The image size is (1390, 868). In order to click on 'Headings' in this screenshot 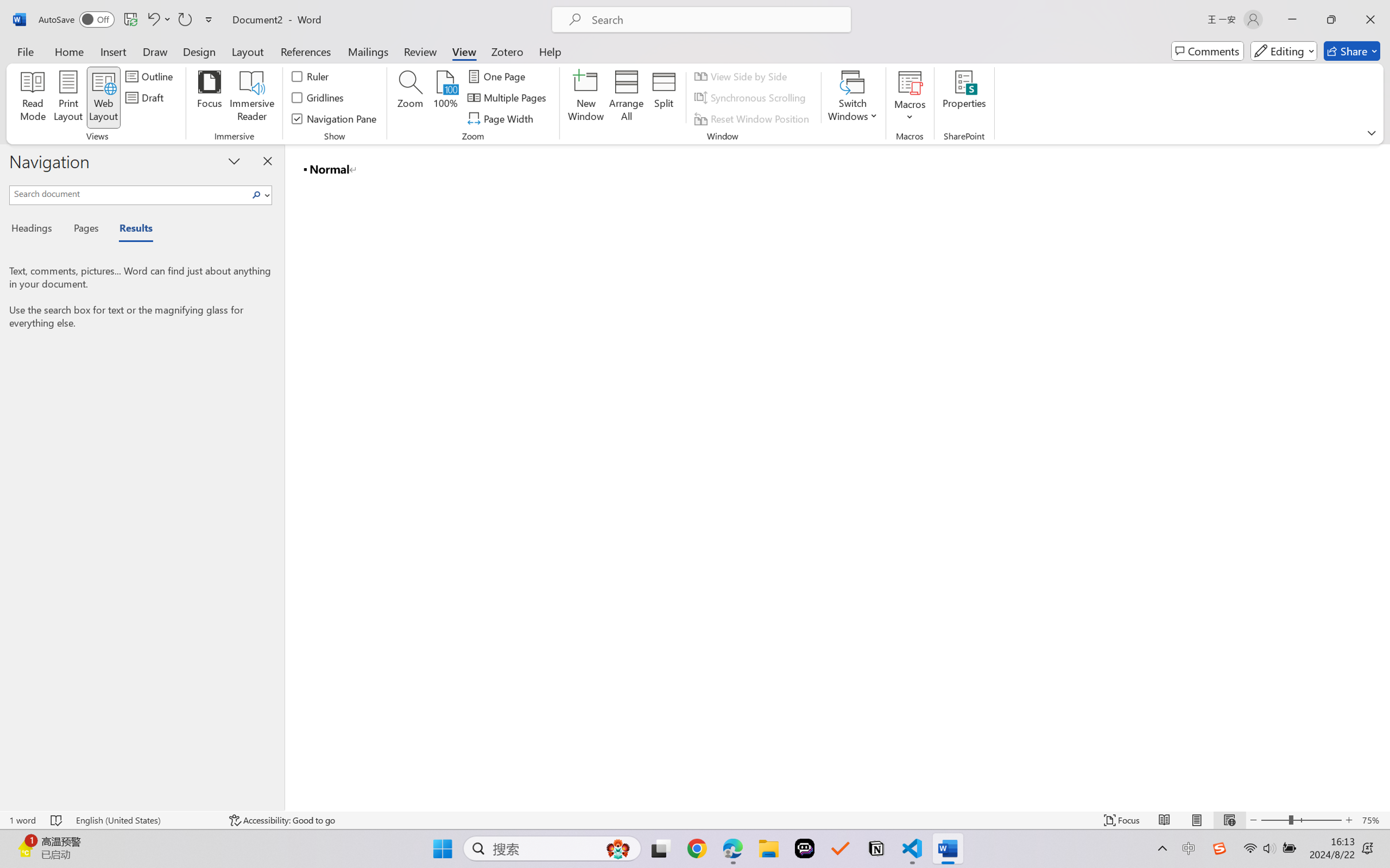, I will do `click(35, 230)`.